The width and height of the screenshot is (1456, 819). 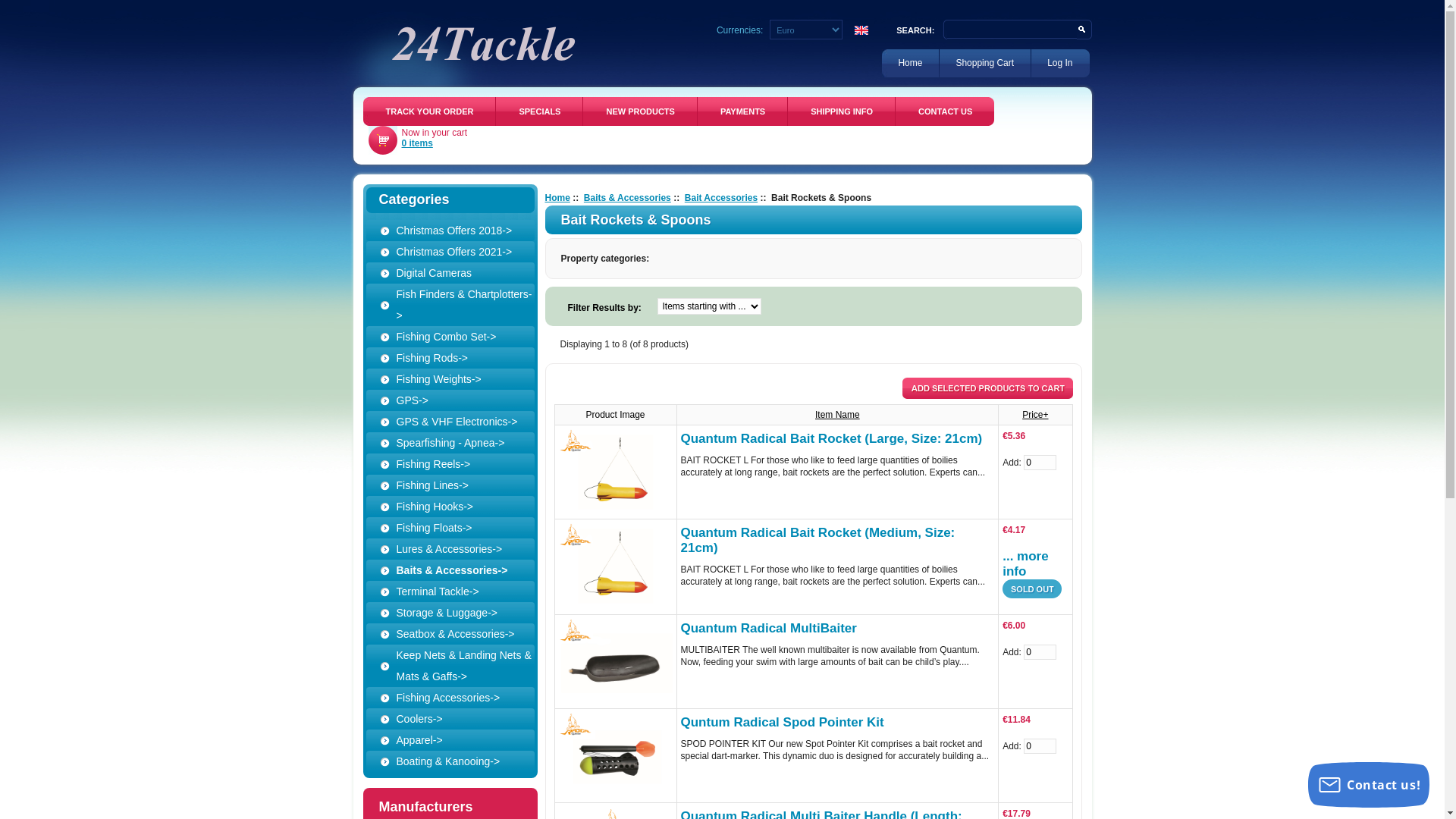 I want to click on 'Spearfishing - Apnea->', so click(x=378, y=442).